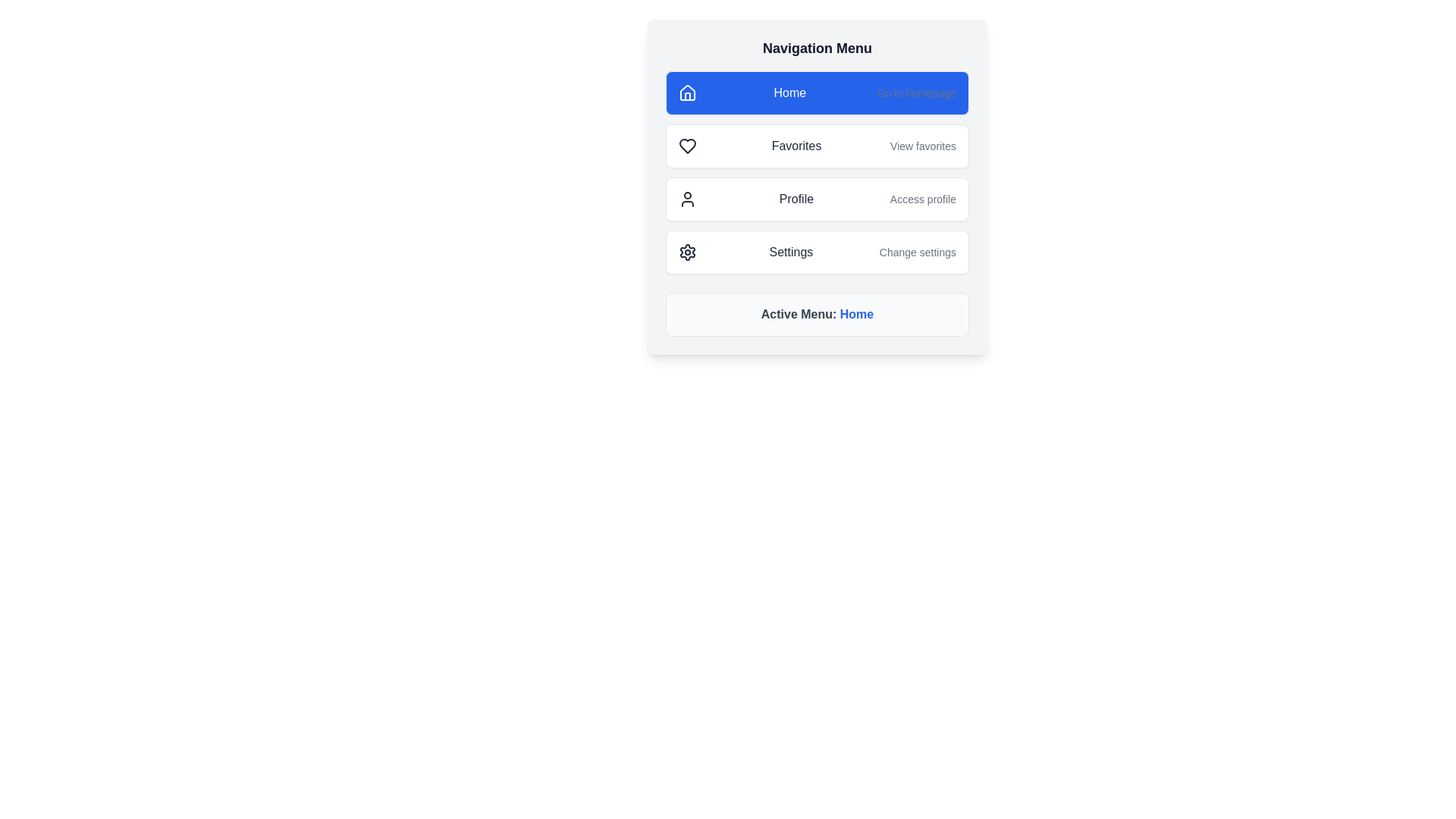 This screenshot has height=819, width=1456. Describe the element at coordinates (687, 198) in the screenshot. I see `the Profile menu option` at that location.